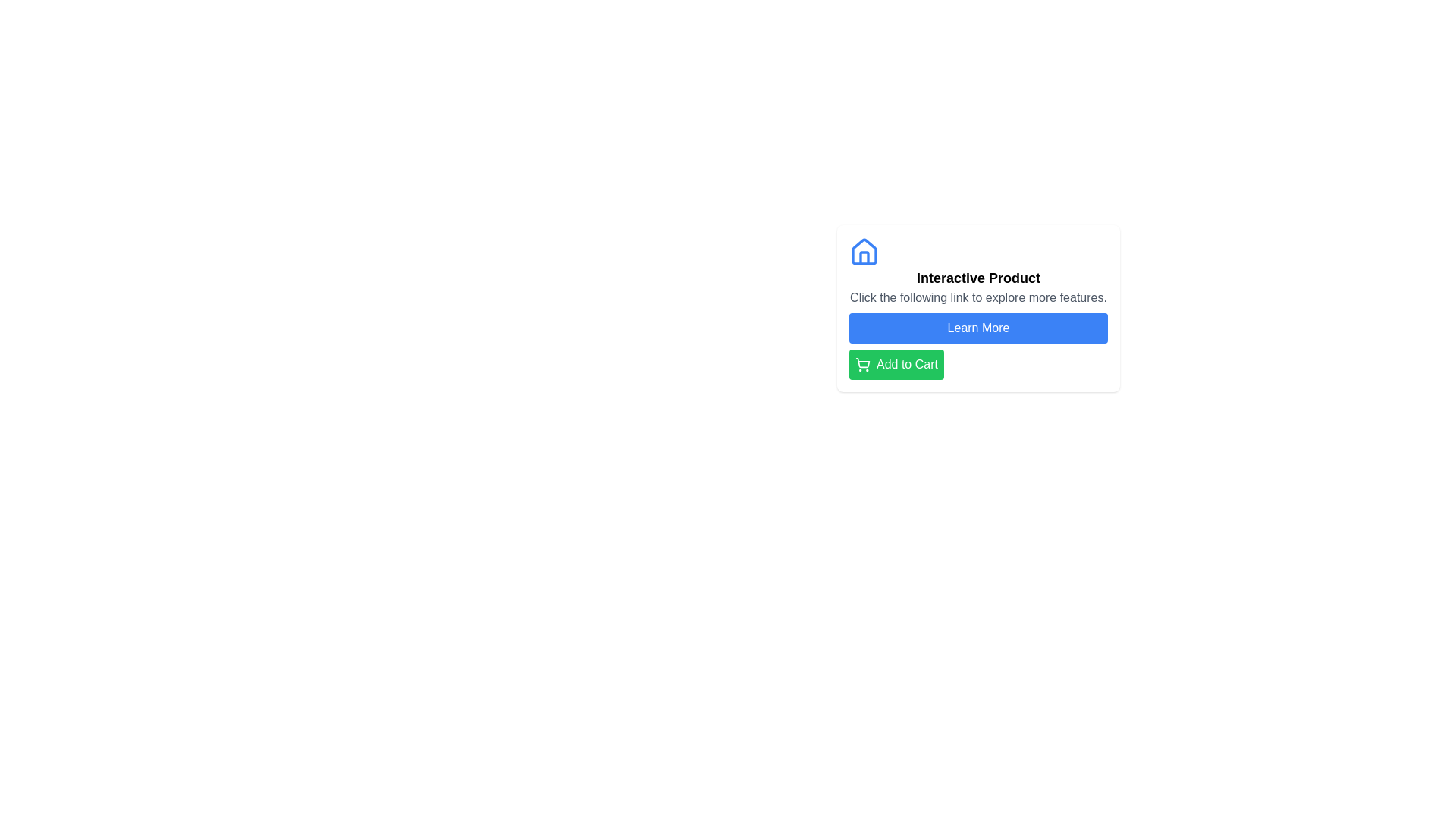 This screenshot has width=1456, height=819. Describe the element at coordinates (862, 362) in the screenshot. I see `the shopping cart icon located at the center of the green 'Add to Cart' button` at that location.